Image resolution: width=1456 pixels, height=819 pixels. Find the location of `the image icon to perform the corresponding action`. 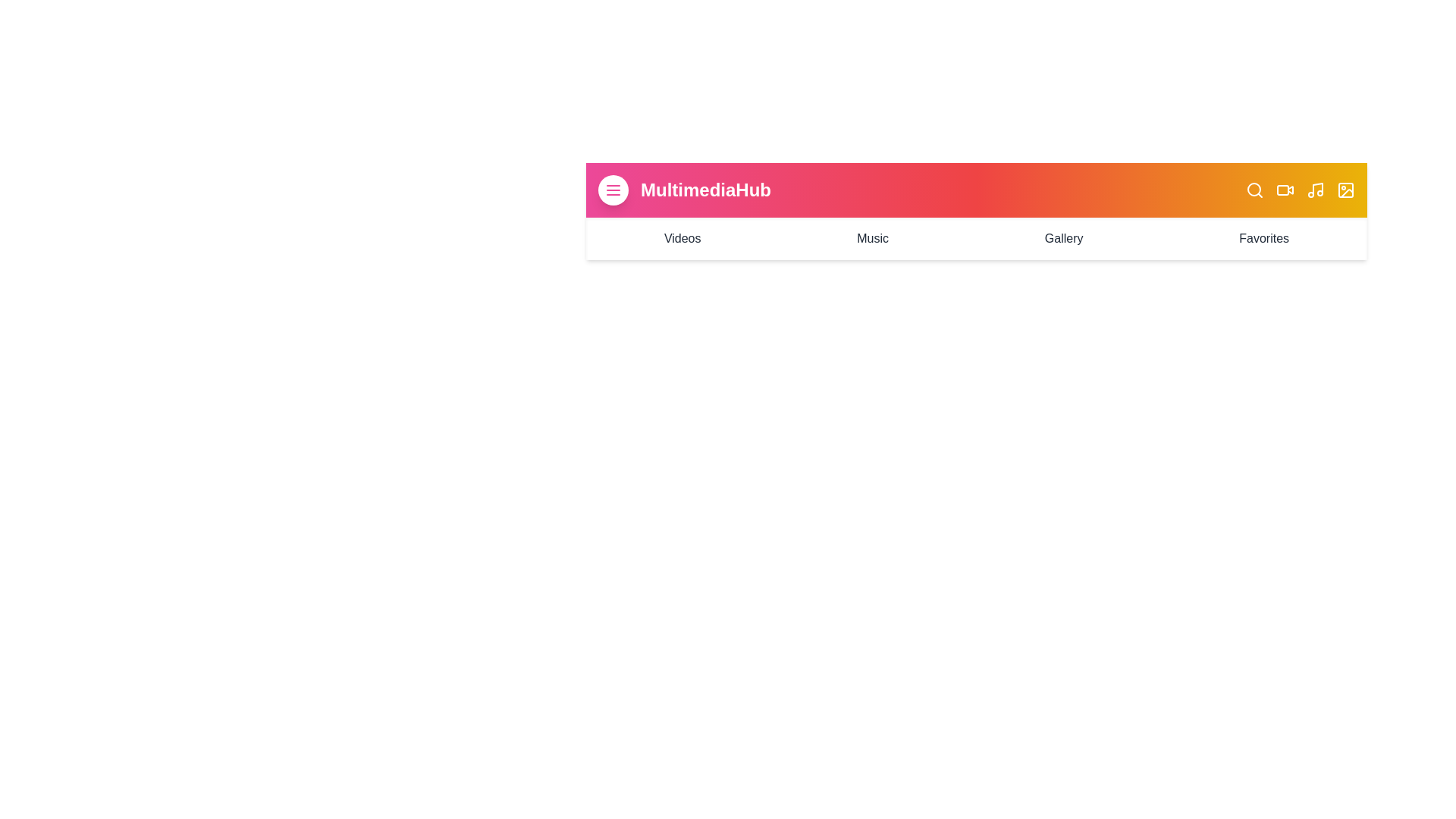

the image icon to perform the corresponding action is located at coordinates (1346, 189).